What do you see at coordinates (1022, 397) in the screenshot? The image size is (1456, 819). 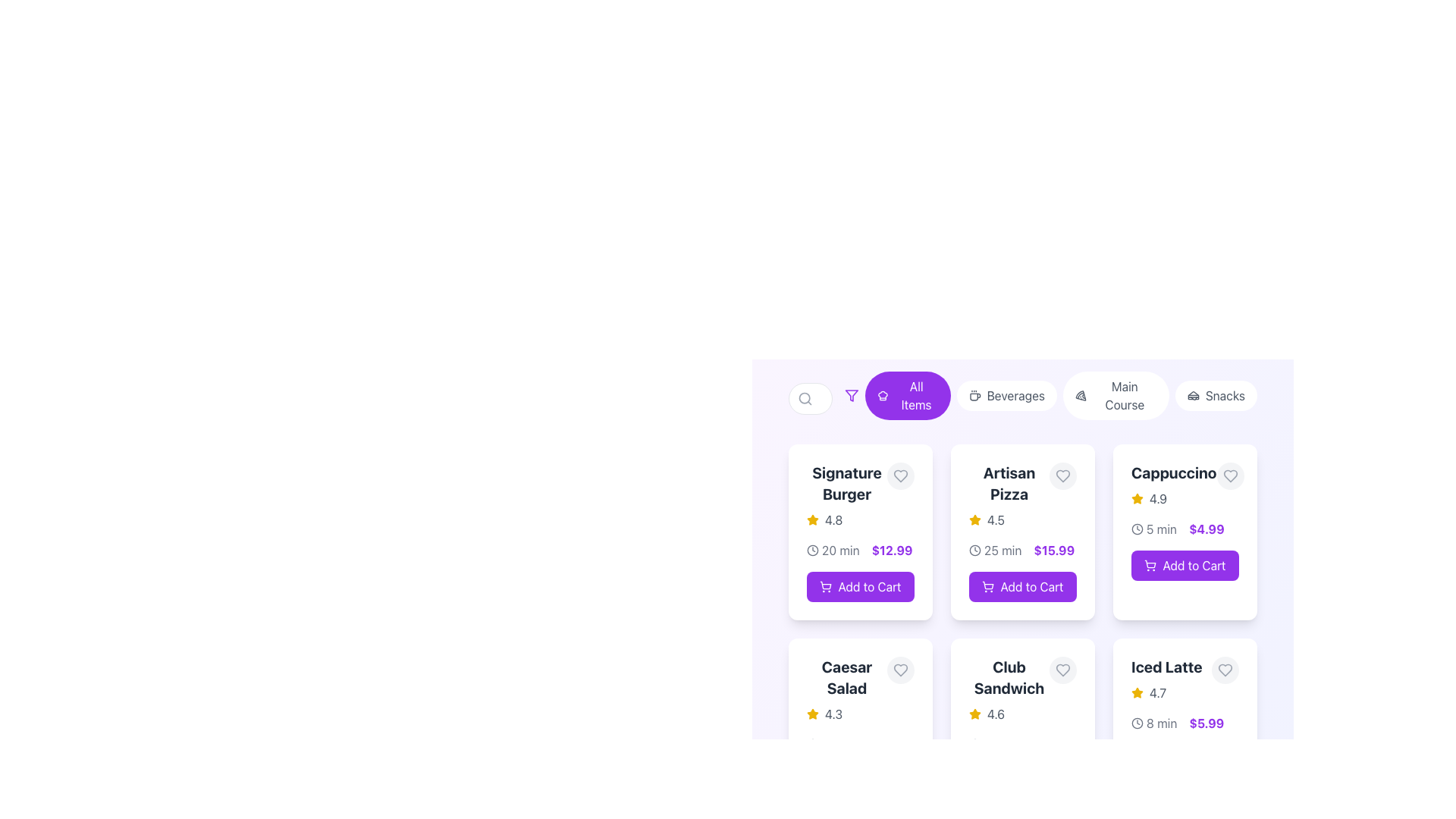 I see `the 'Beverages' category selector button, the third button in a horizontal row at the top center of the interface` at bounding box center [1022, 397].